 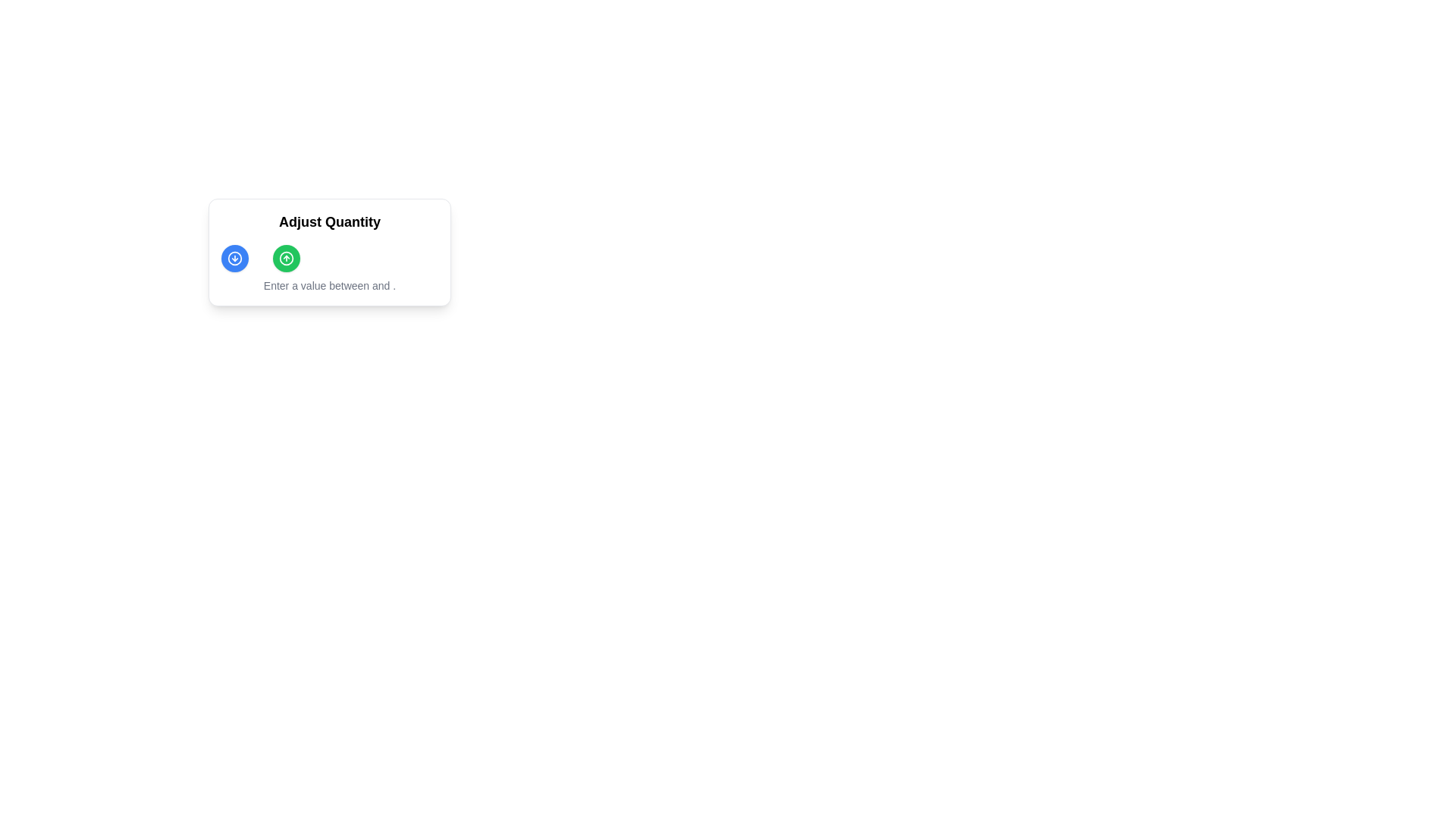 I want to click on the leftmost circular button that decreases a value or quantity, located slightly to the left of a similar green button, so click(x=234, y=257).